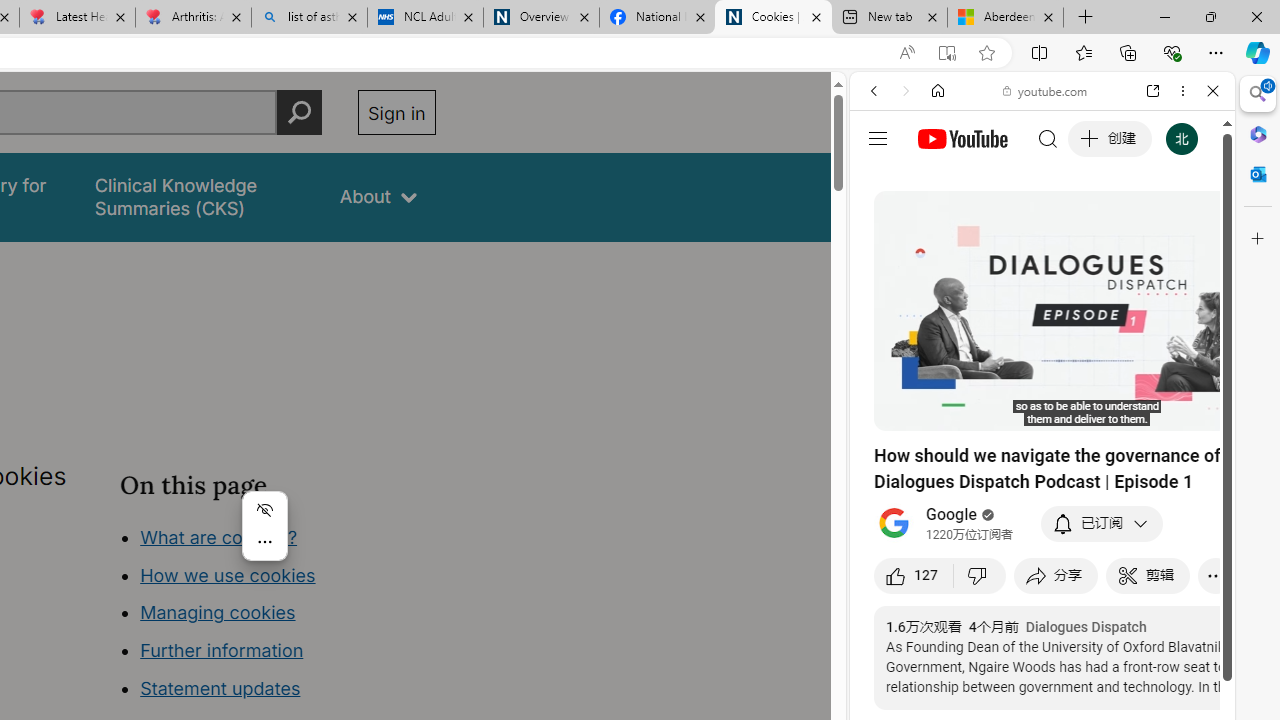 The width and height of the screenshot is (1280, 720). Describe the element at coordinates (1085, 626) in the screenshot. I see `'Dialogues Dispatch'` at that location.